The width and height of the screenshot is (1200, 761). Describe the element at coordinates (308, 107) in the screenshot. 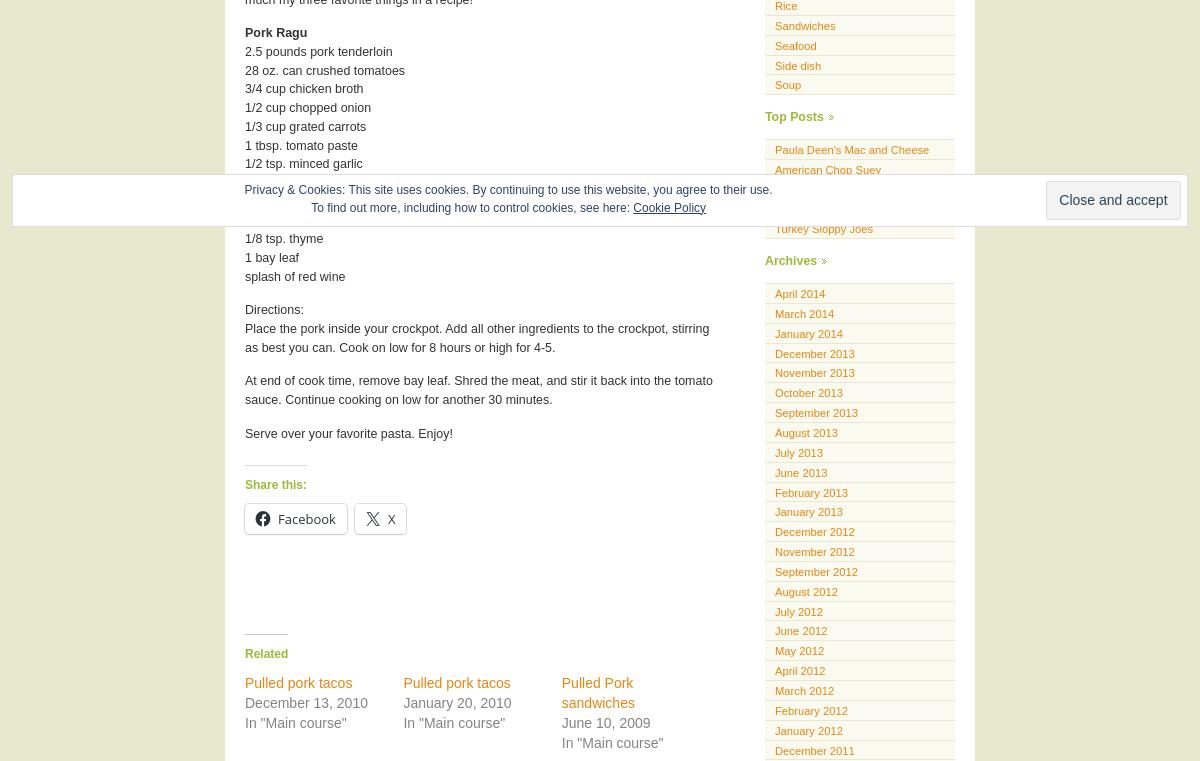

I see `'1/2 cup chopped onion'` at that location.